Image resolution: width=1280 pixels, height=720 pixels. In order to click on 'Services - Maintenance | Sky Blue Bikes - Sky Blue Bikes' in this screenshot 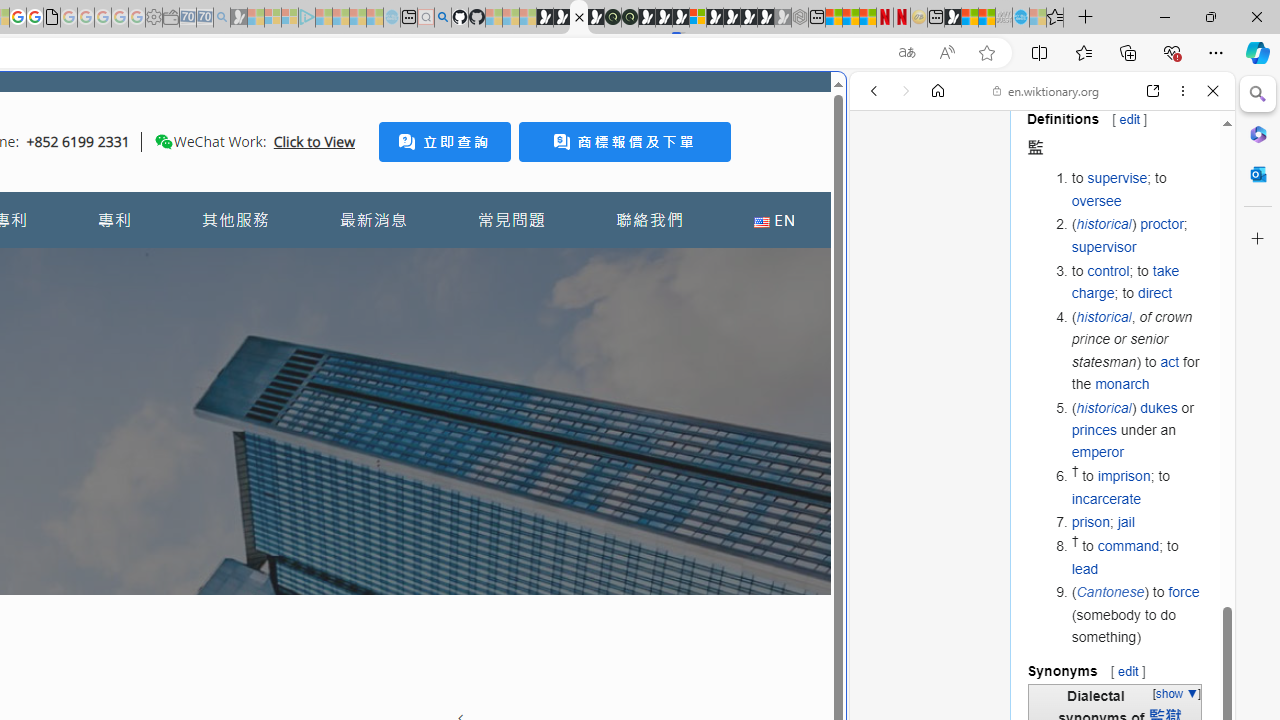, I will do `click(1020, 17)`.